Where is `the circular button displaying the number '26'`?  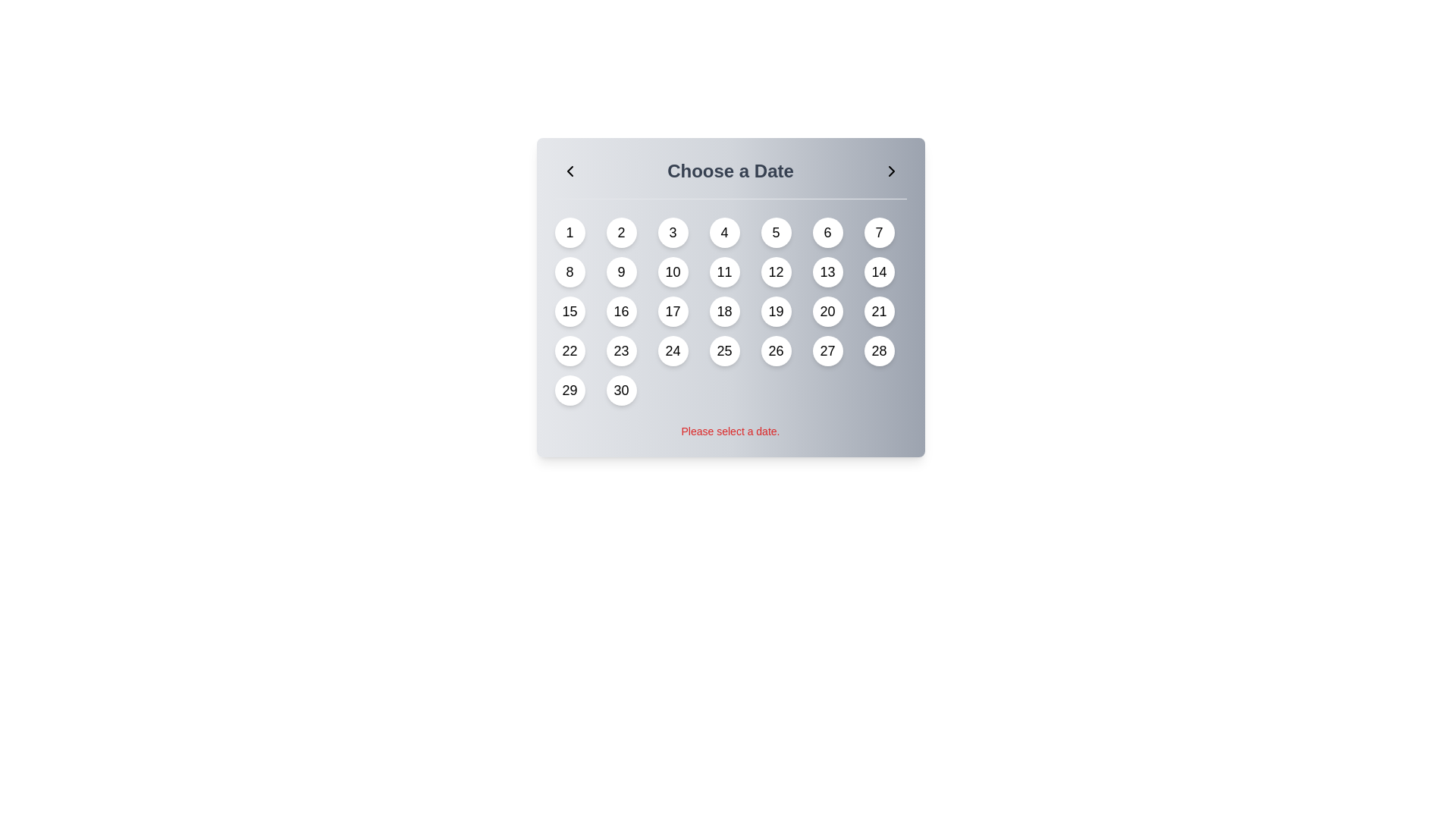 the circular button displaying the number '26' is located at coordinates (776, 350).